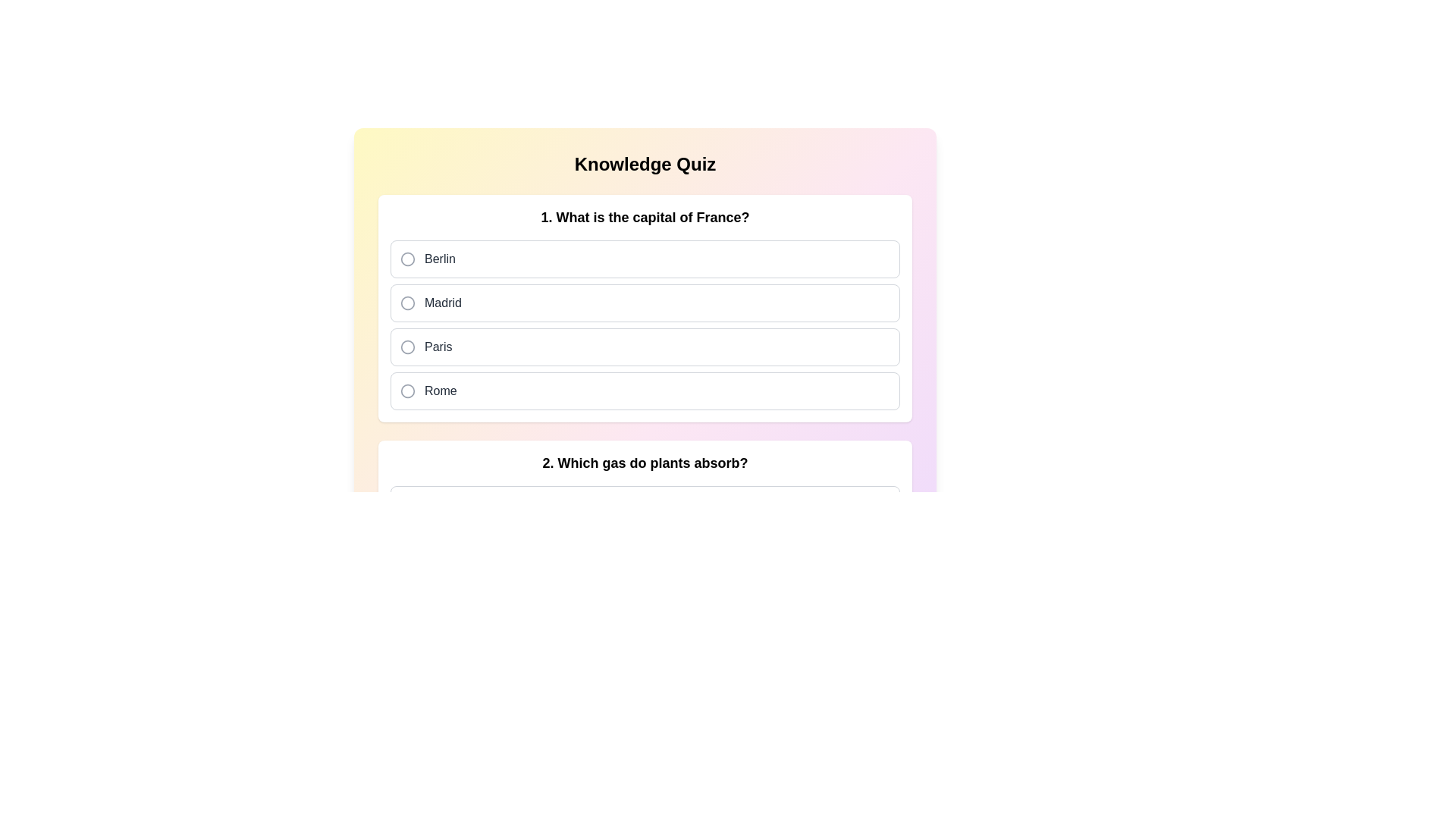 This screenshot has height=819, width=1456. What do you see at coordinates (407, 390) in the screenshot?
I see `the radio button indicator for the answer 'Rome'` at bounding box center [407, 390].